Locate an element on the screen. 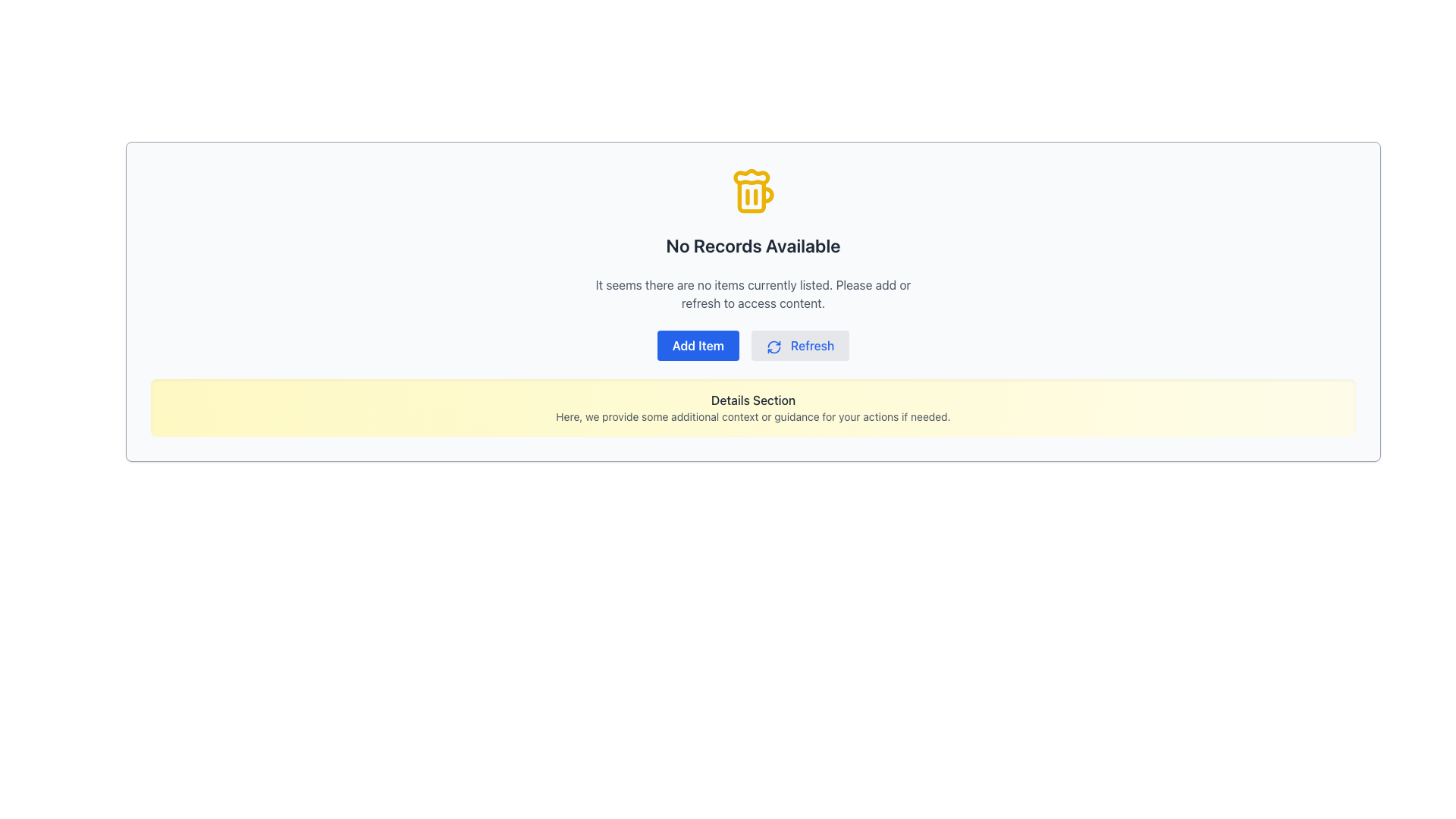  the refresh icon located to the left of the 'Refresh' button, which indicates a refresh action for the current view is located at coordinates (773, 347).